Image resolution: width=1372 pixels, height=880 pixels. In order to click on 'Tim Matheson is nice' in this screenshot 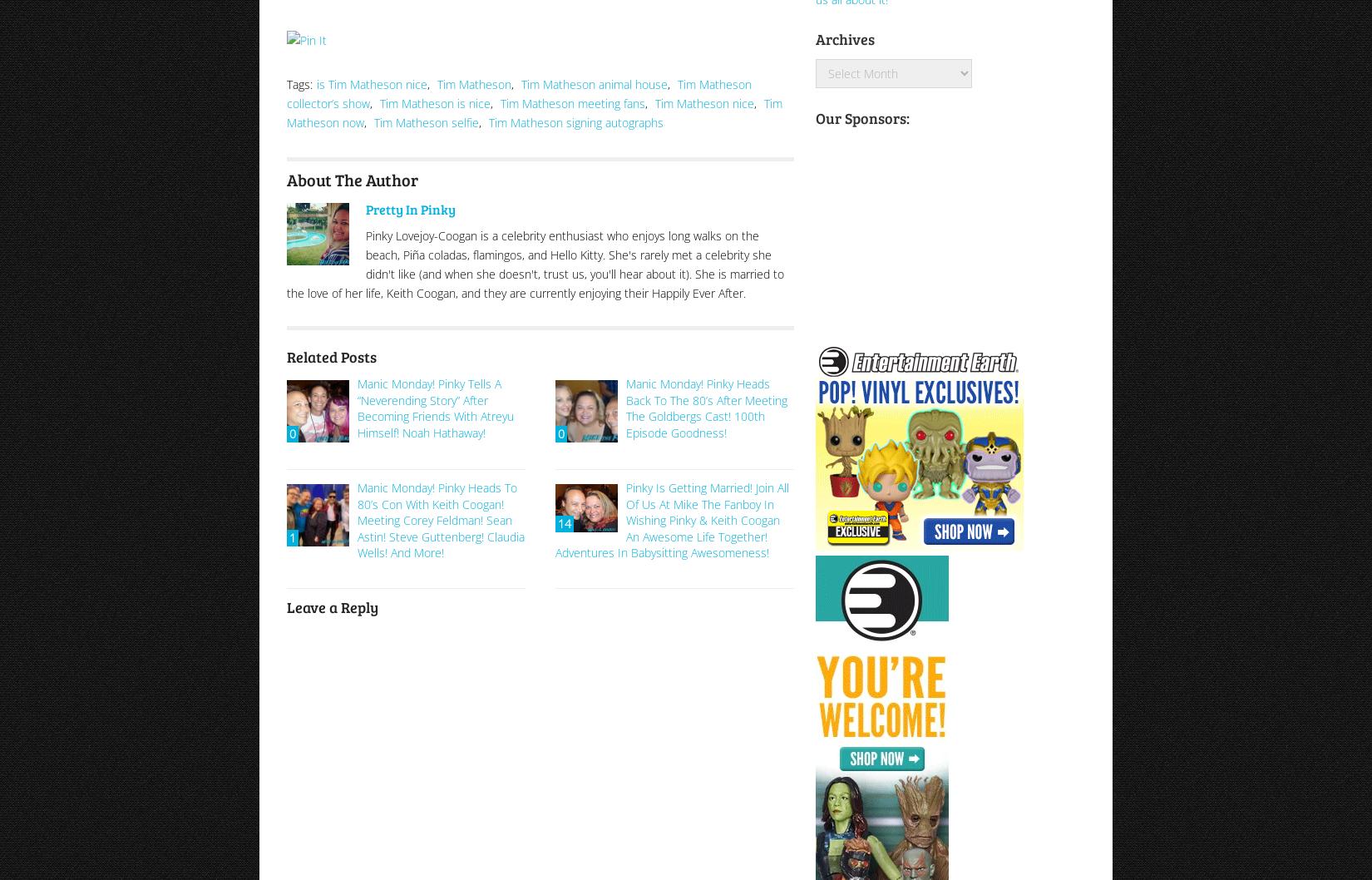, I will do `click(434, 101)`.